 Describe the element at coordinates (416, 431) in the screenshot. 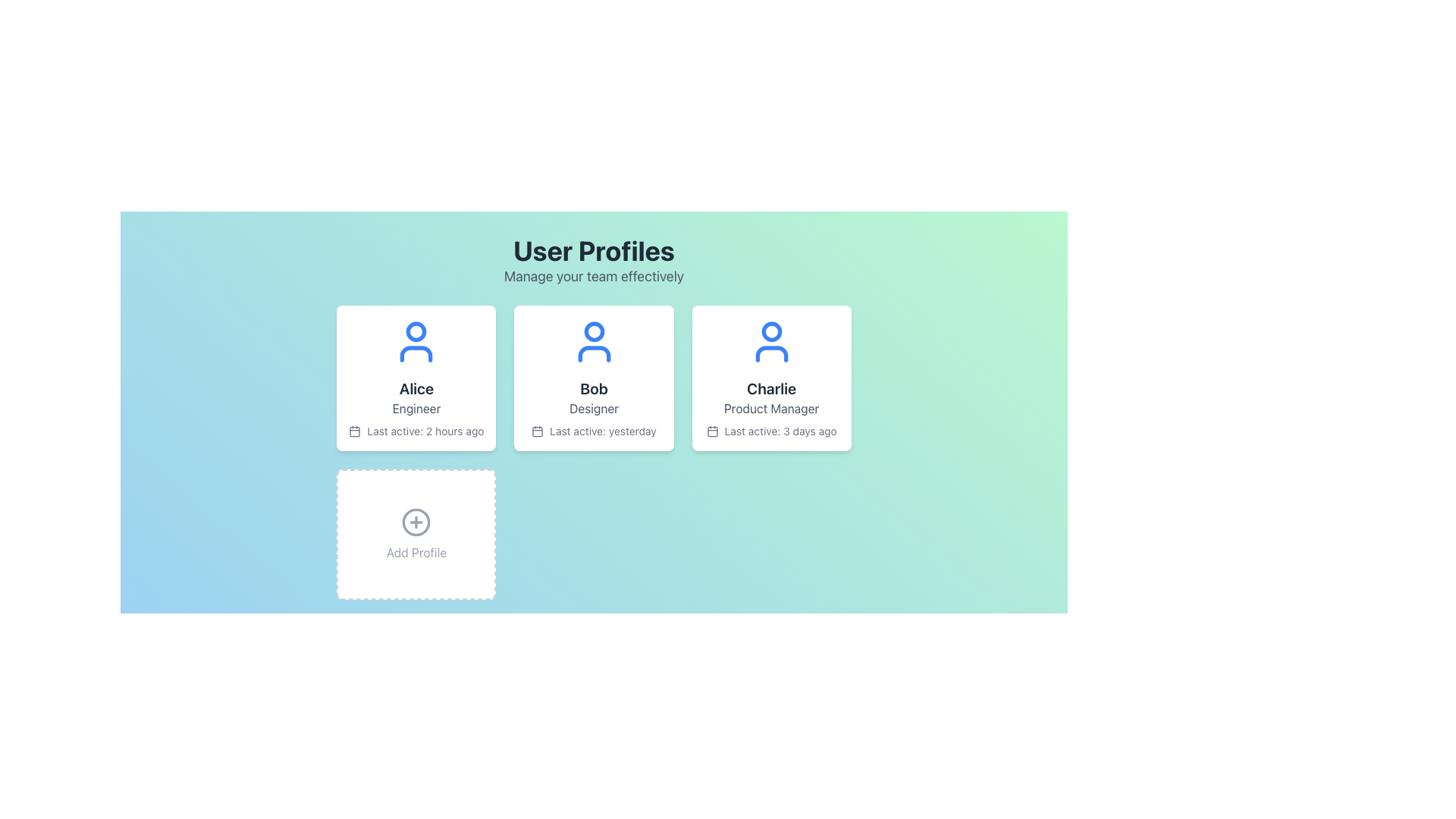

I see `the informational element displaying 'Last active: 2 hours ago' with a calendar icon, located in the bottom section of Alice's profile card` at that location.